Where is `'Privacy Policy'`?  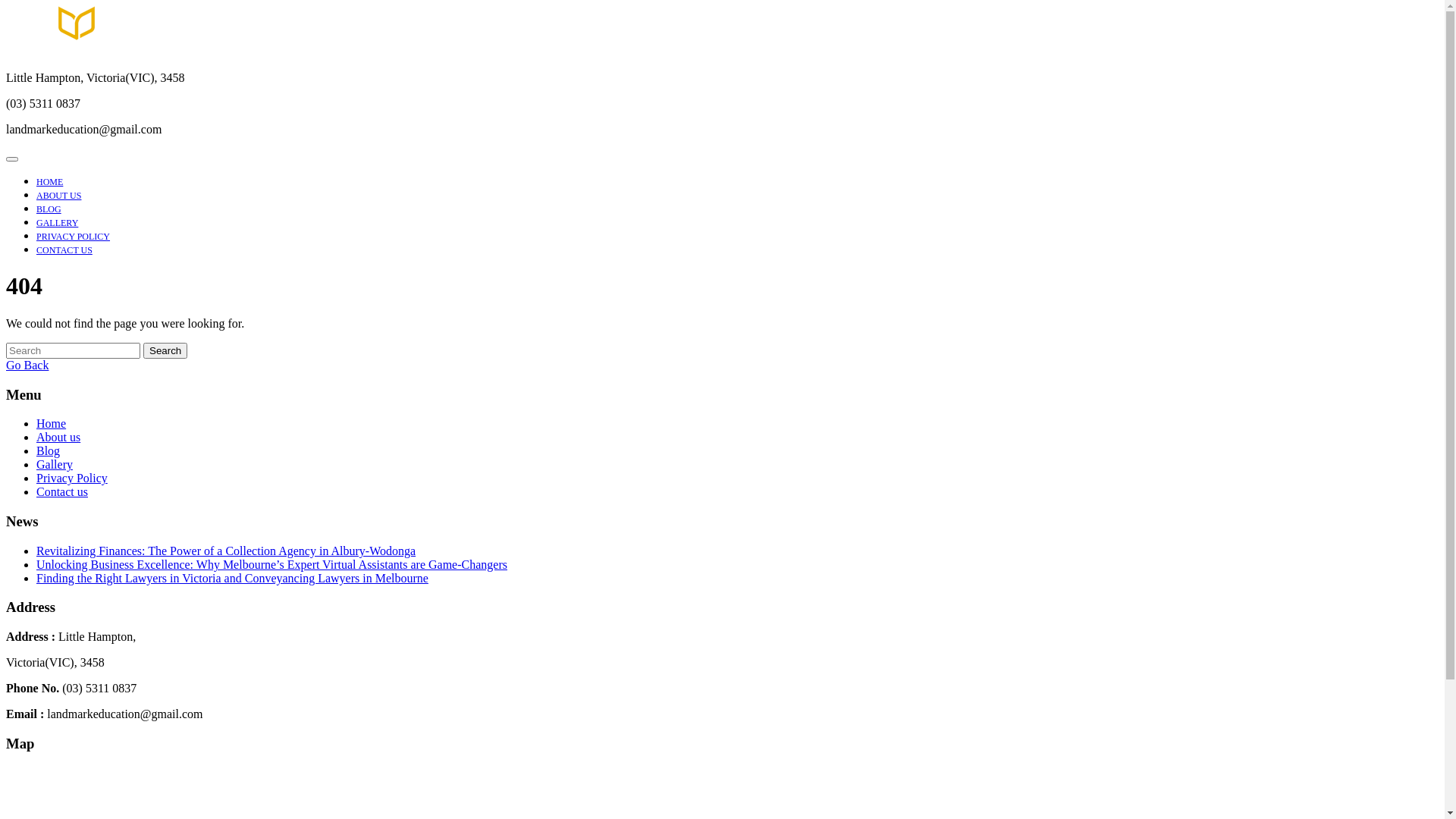 'Privacy Policy' is located at coordinates (36, 478).